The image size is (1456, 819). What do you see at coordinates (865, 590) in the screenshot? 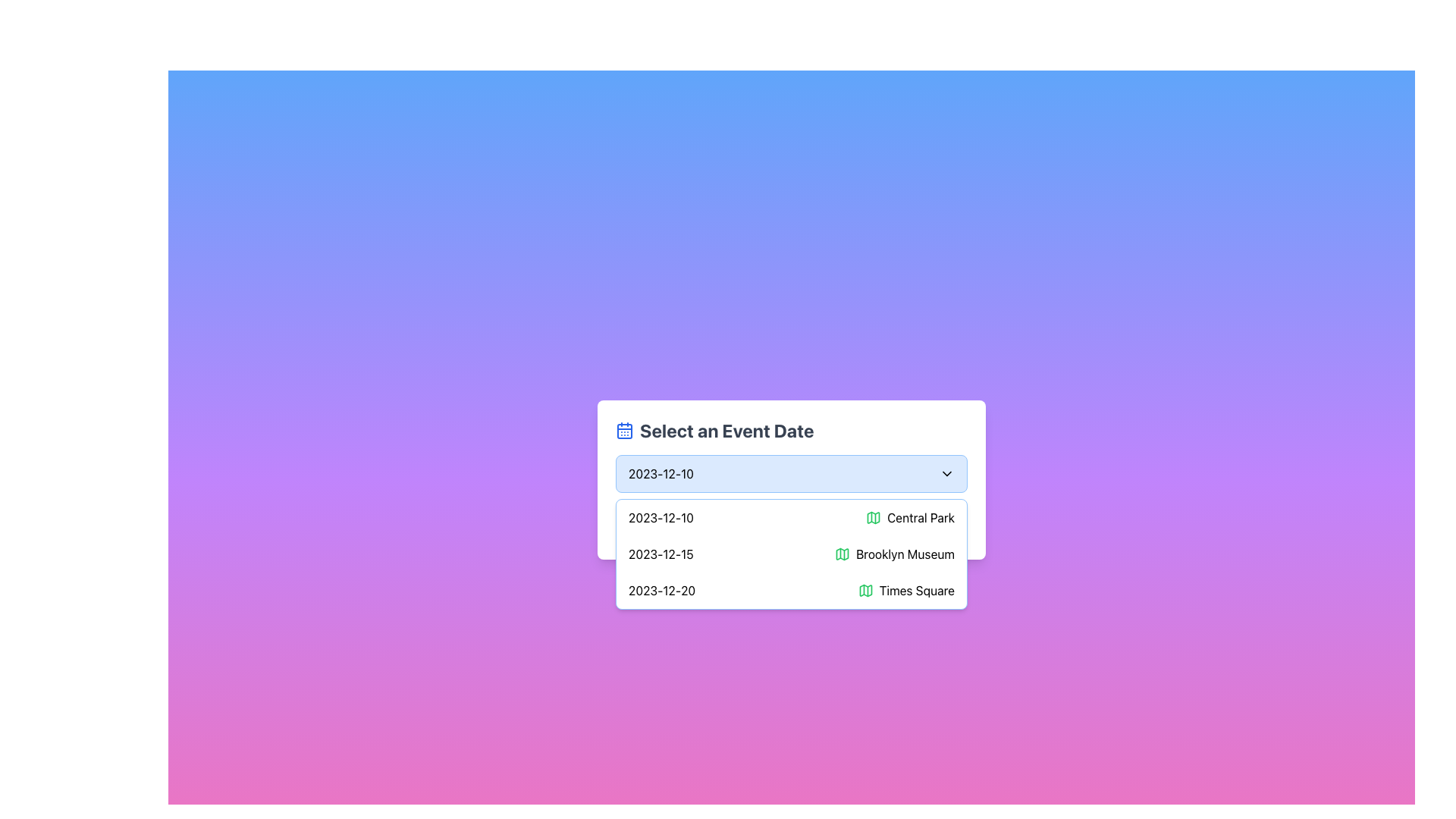
I see `the green map-shaped icon located to the left of the text 'Times Square' in the third row of the list below the 'Select an Event Date' dropdown` at bounding box center [865, 590].